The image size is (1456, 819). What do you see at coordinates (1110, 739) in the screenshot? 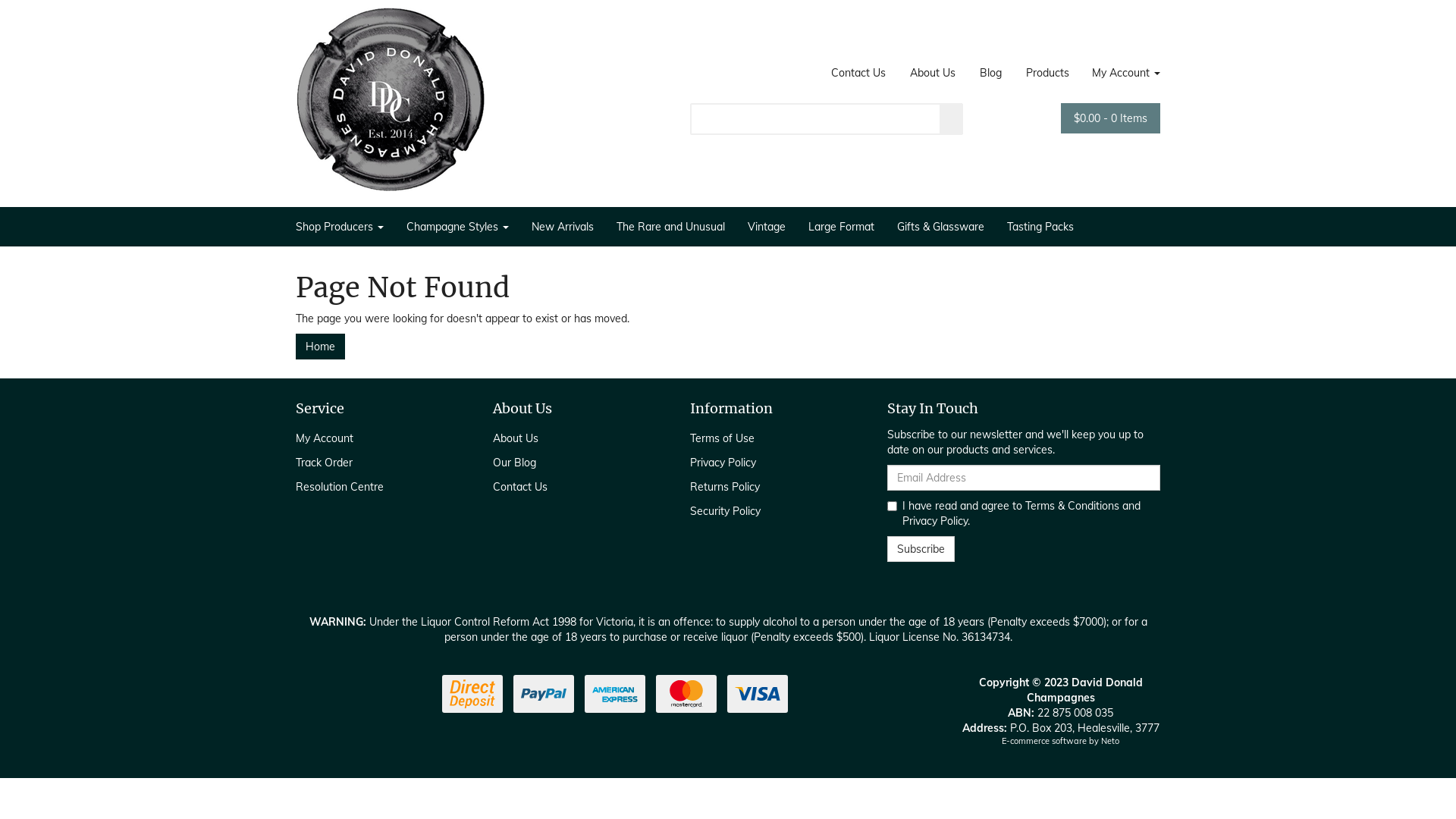
I see `'Neto'` at bounding box center [1110, 739].